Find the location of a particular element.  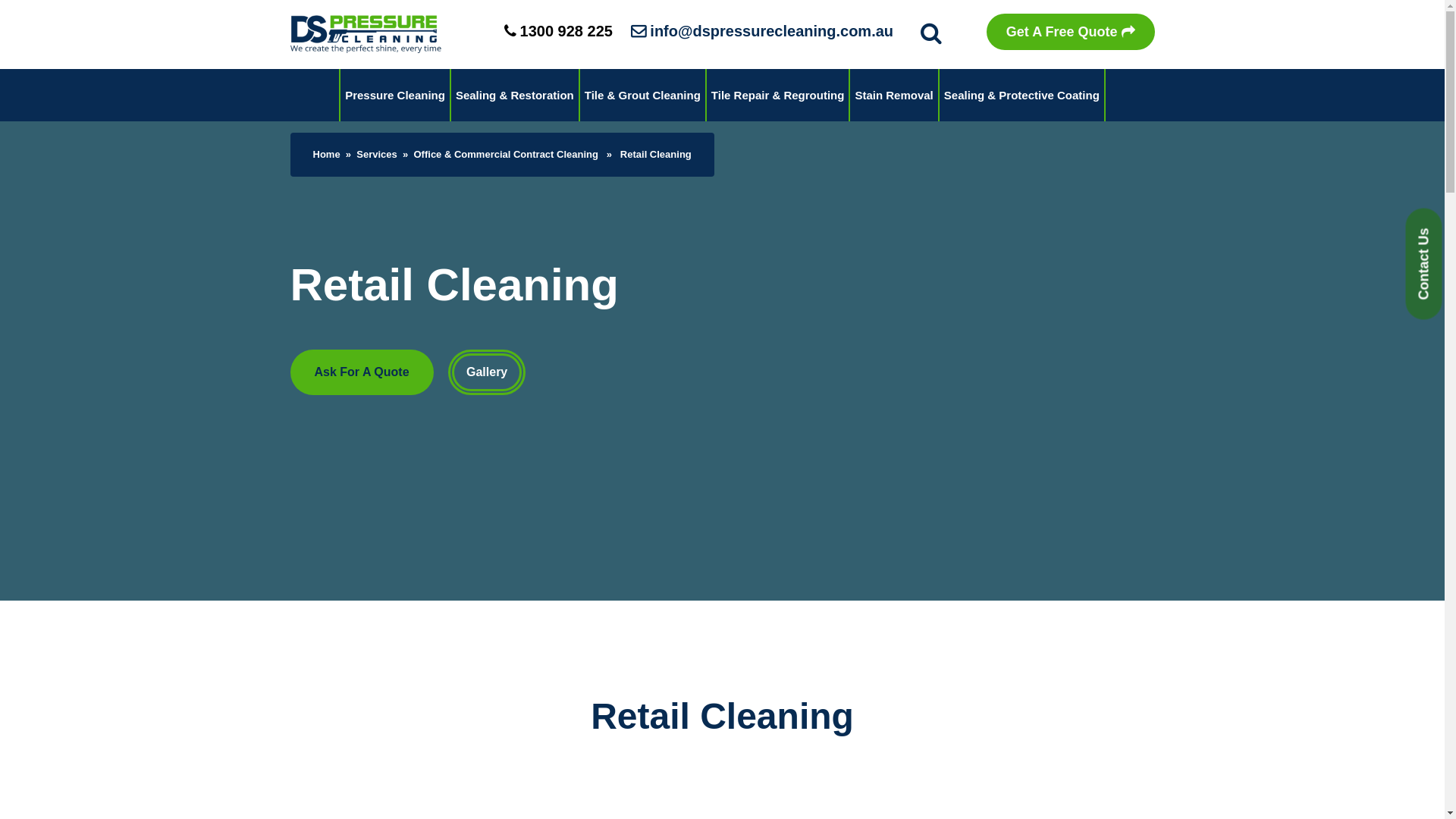

'Get A Free Quote' is located at coordinates (1069, 32).